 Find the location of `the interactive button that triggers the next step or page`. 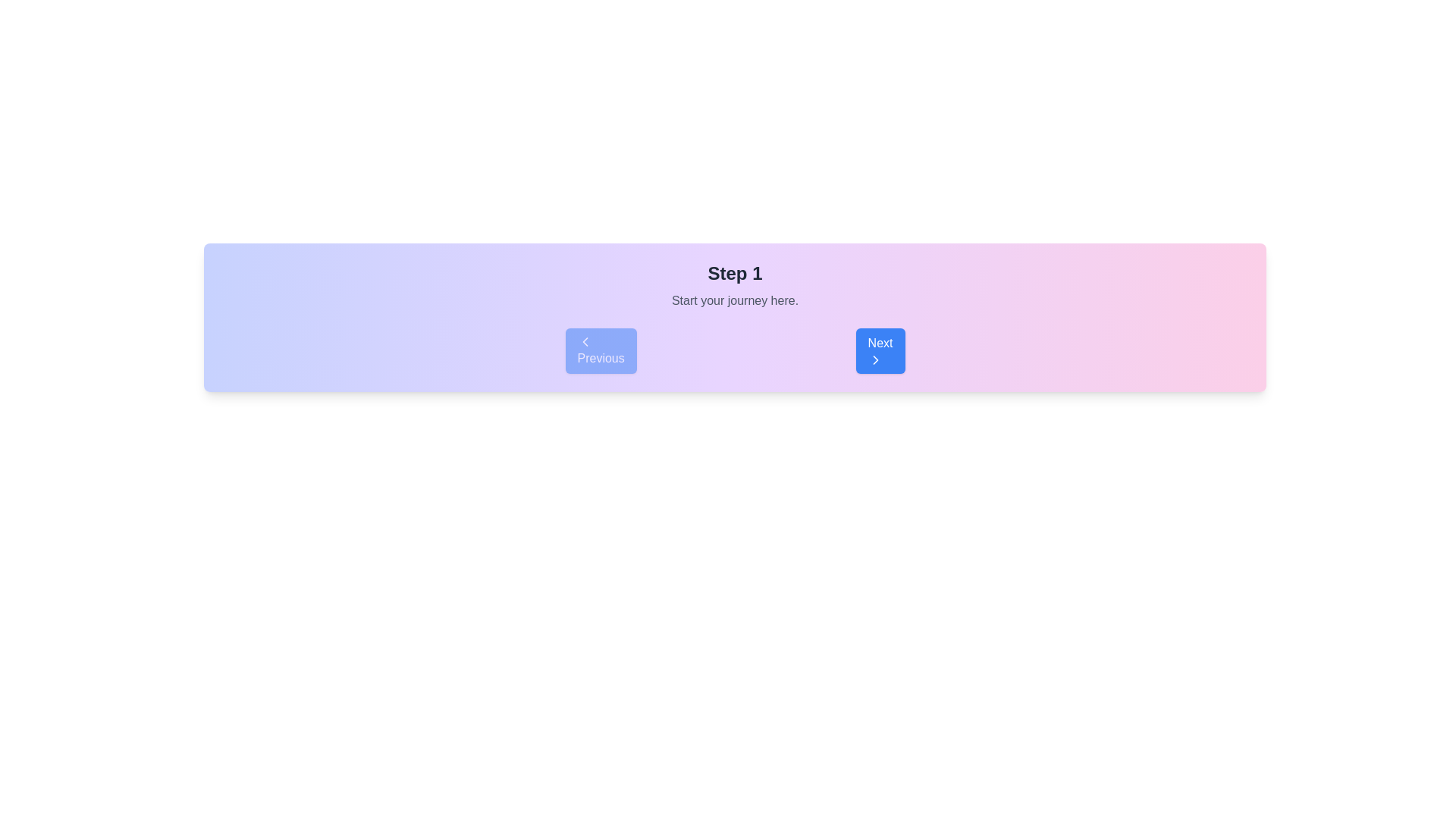

the interactive button that triggers the next step or page is located at coordinates (880, 350).